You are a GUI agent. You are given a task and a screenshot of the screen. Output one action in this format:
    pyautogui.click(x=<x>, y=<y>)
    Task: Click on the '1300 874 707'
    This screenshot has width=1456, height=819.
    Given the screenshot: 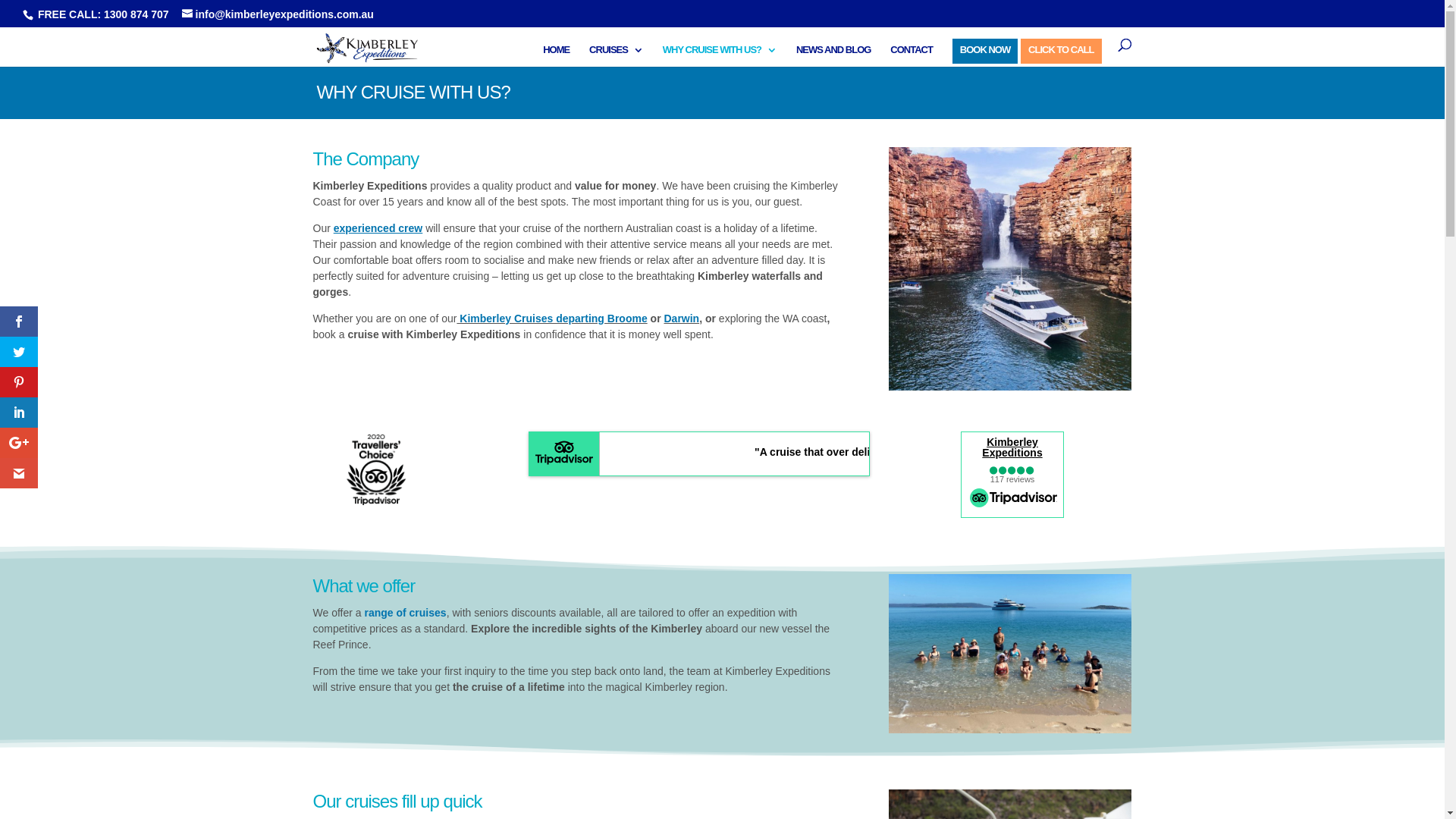 What is the action you would take?
    pyautogui.click(x=136, y=14)
    